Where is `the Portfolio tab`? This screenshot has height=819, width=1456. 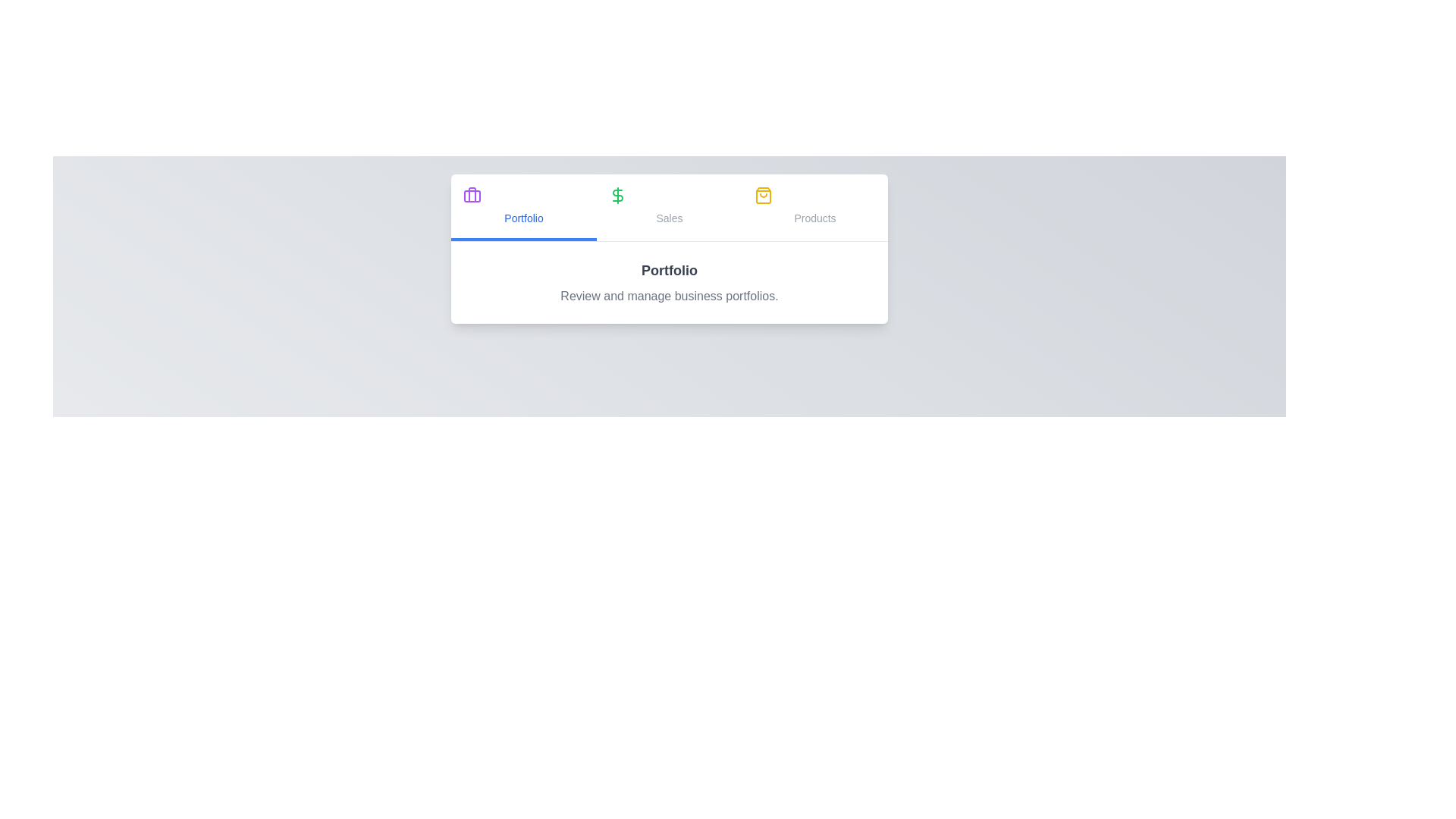
the Portfolio tab is located at coordinates (524, 207).